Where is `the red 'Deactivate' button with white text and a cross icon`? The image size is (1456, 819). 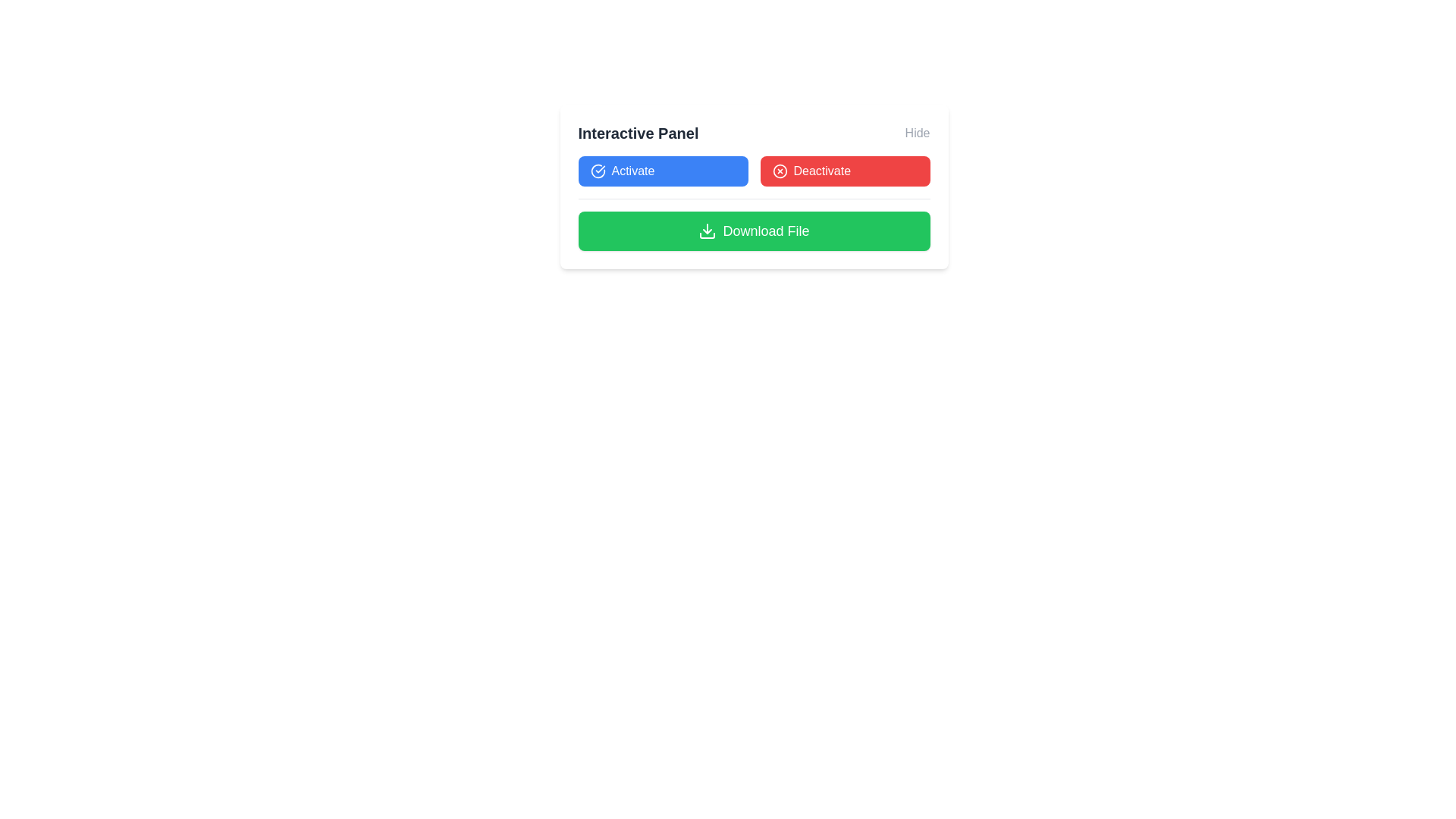
the red 'Deactivate' button with white text and a cross icon is located at coordinates (844, 171).